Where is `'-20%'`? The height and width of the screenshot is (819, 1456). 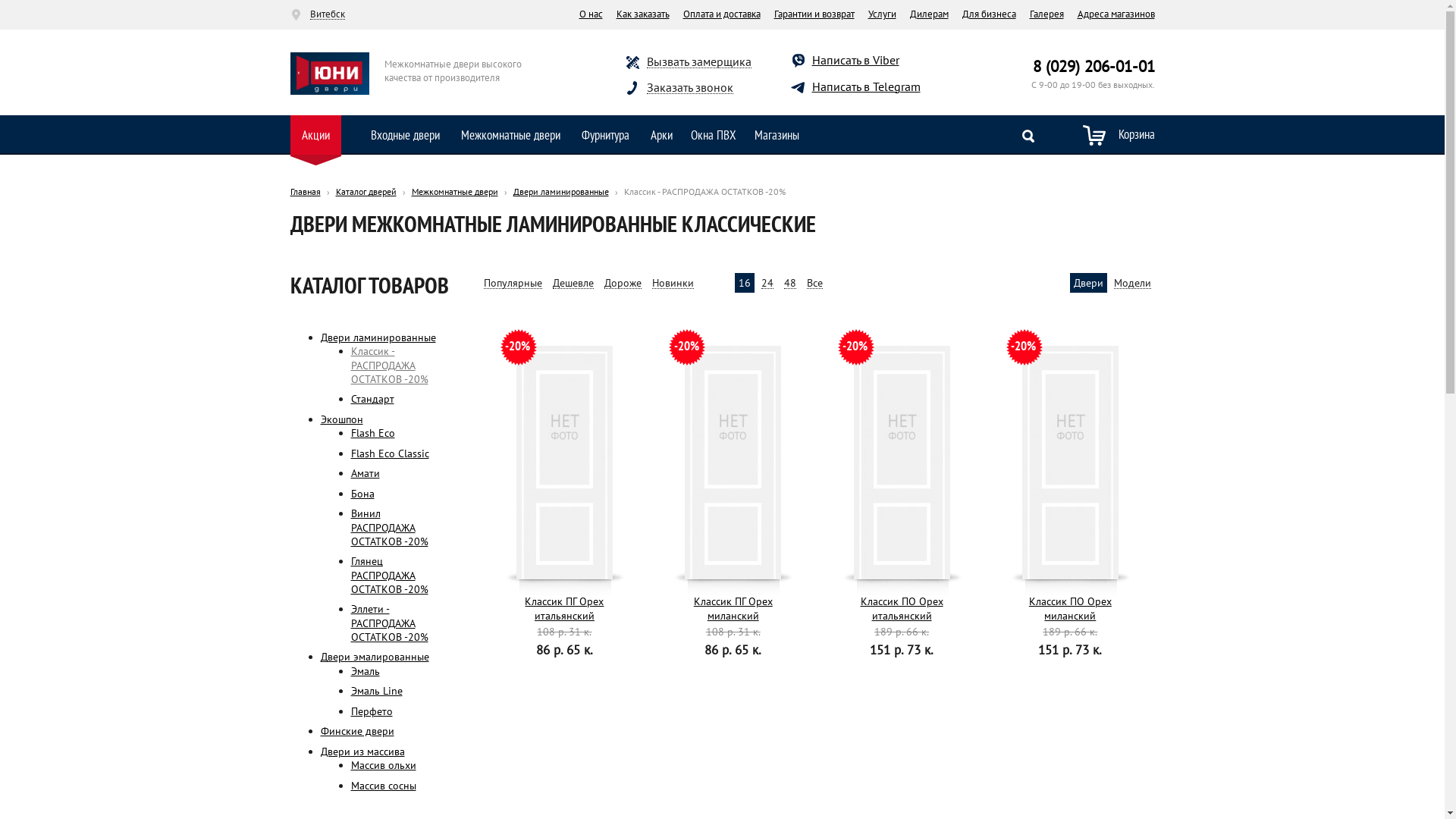
'-20%' is located at coordinates (733, 461).